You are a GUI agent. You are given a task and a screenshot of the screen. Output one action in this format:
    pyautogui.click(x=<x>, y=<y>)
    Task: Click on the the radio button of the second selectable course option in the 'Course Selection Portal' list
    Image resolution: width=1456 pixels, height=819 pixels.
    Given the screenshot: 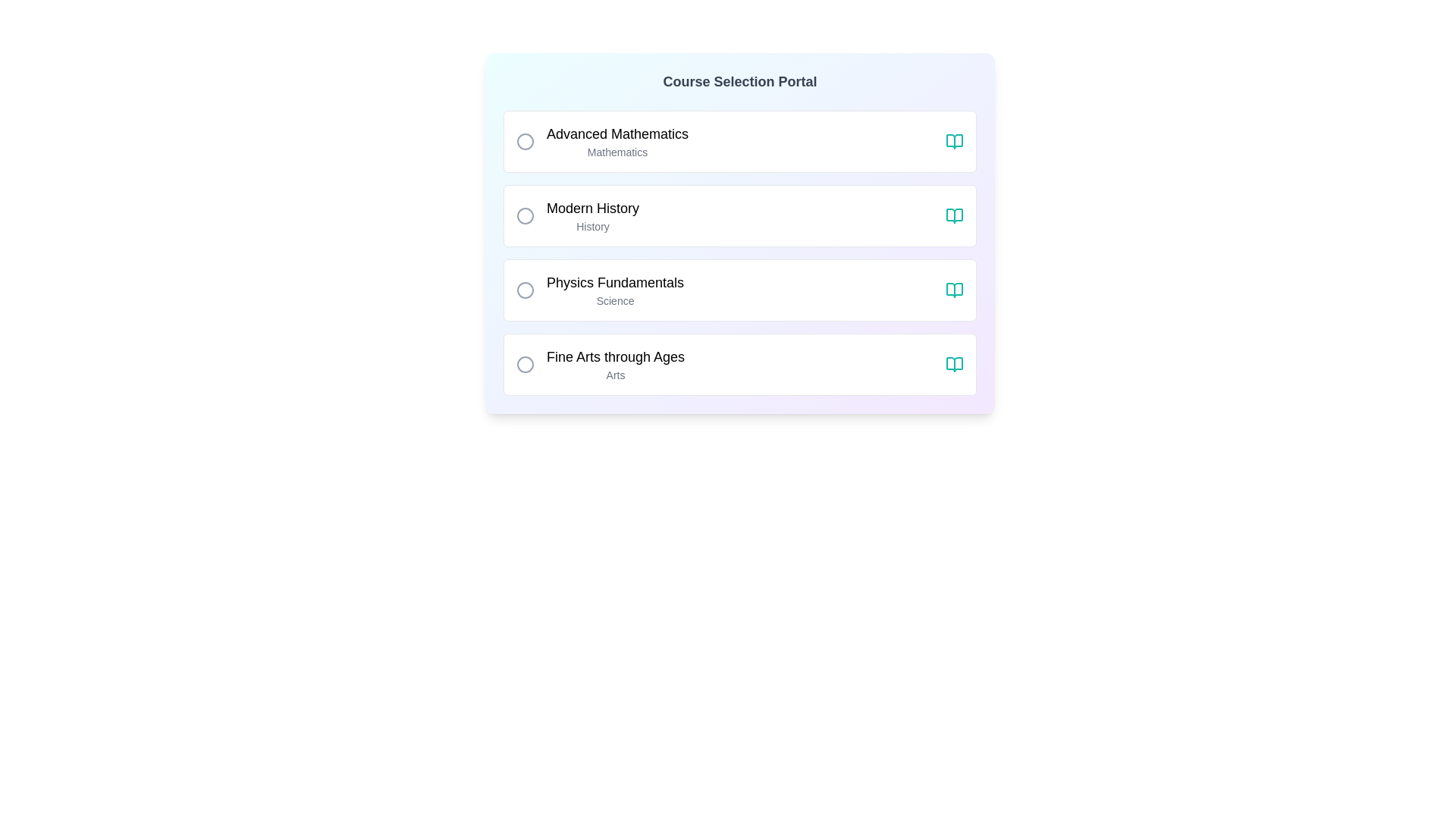 What is the action you would take?
    pyautogui.click(x=577, y=216)
    